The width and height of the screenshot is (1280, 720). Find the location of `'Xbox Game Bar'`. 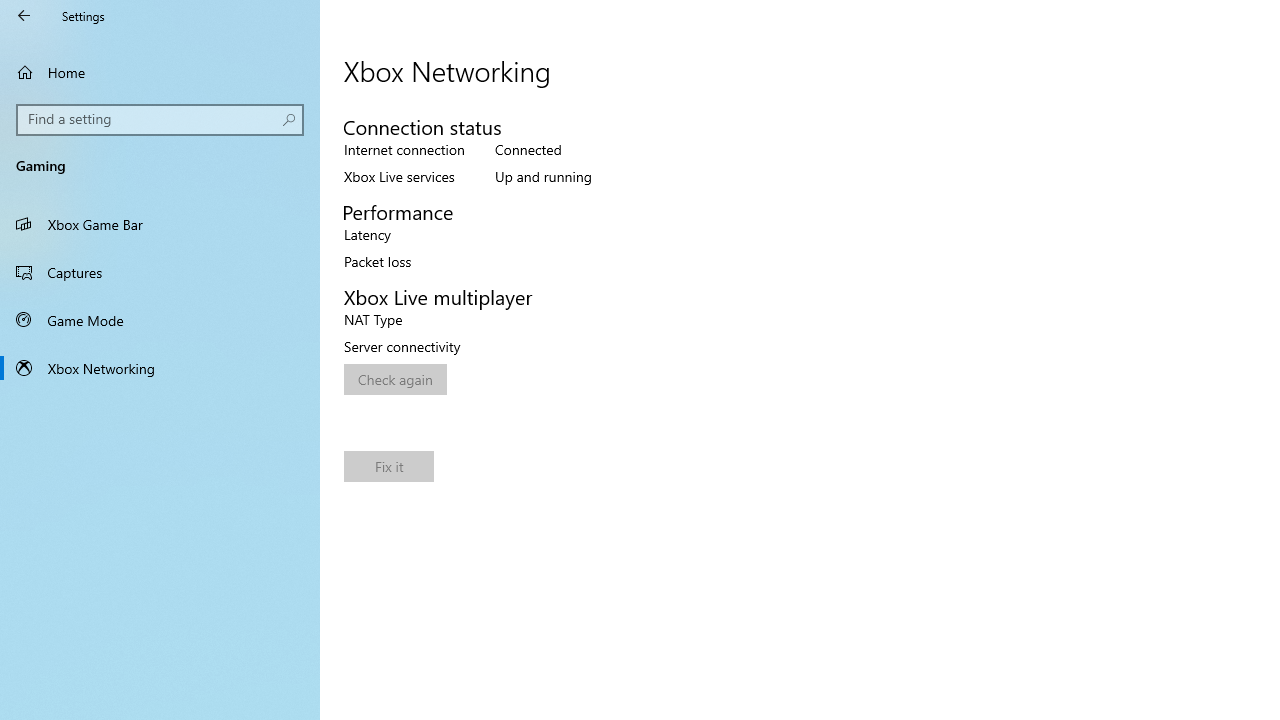

'Xbox Game Bar' is located at coordinates (160, 223).